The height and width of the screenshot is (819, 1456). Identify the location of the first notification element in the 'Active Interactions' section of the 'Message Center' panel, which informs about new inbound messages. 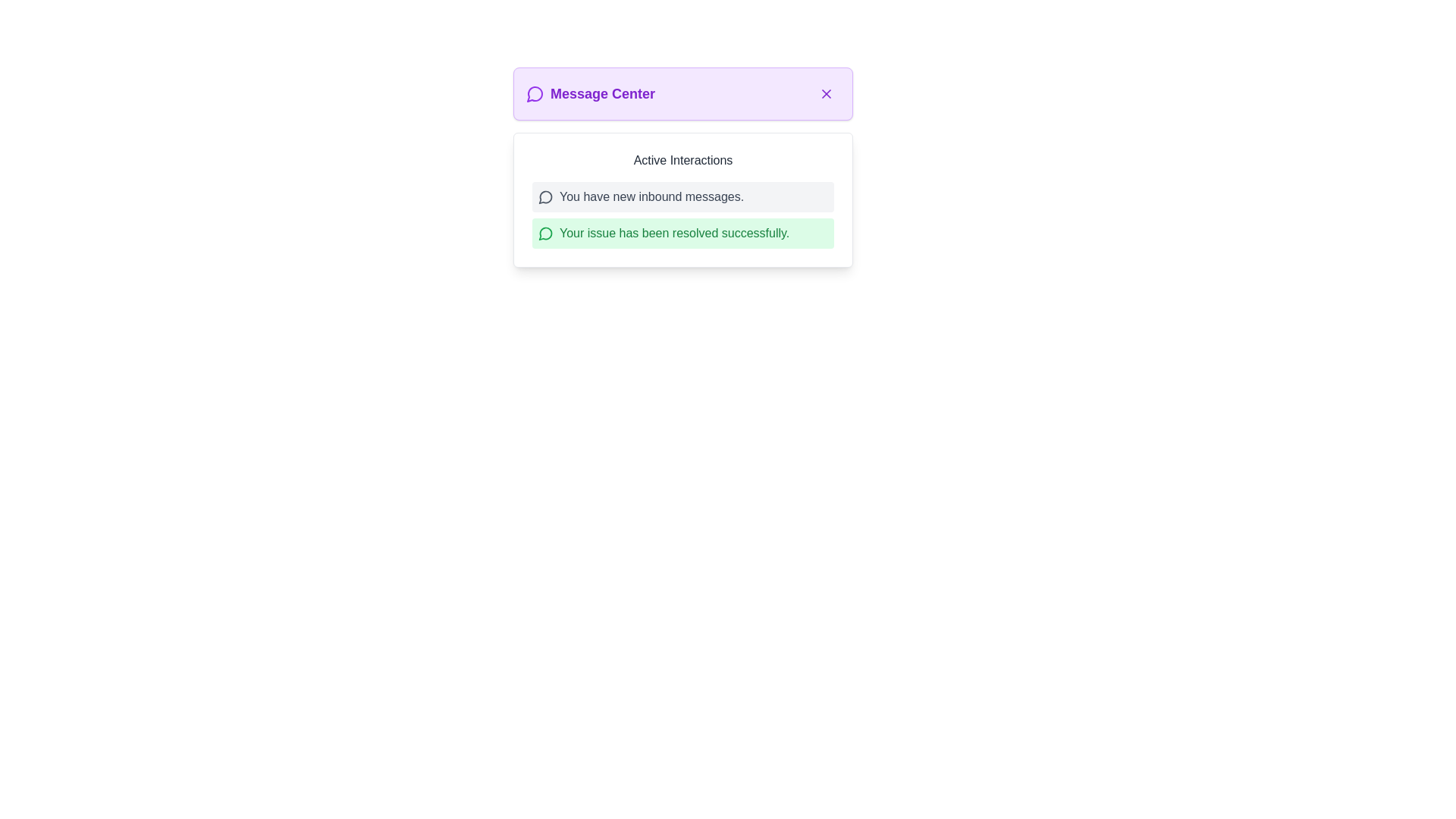
(682, 196).